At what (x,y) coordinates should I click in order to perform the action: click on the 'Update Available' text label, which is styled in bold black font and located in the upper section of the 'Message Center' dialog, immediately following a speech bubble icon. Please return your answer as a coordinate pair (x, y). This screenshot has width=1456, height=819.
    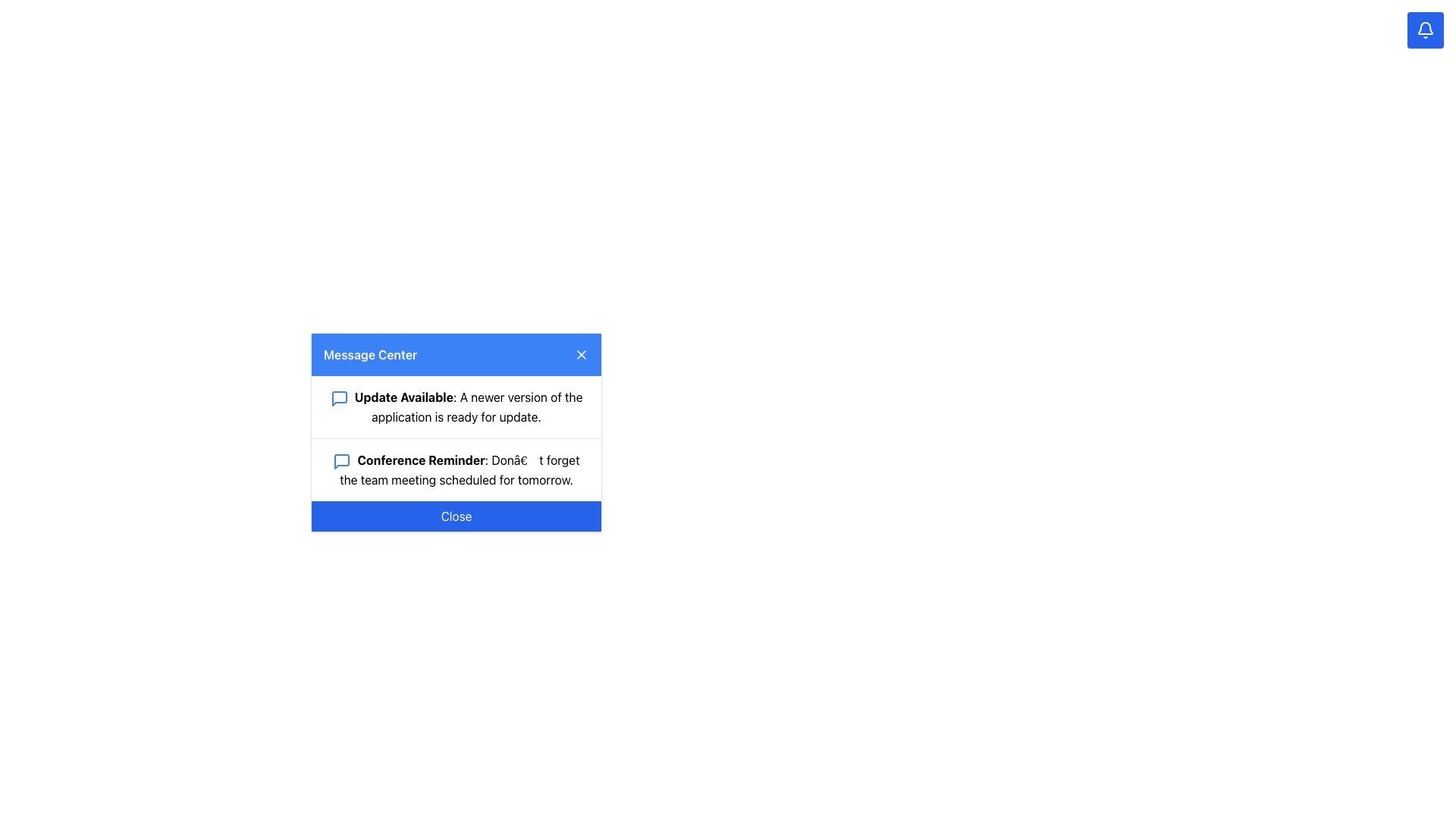
    Looking at the image, I should click on (403, 397).